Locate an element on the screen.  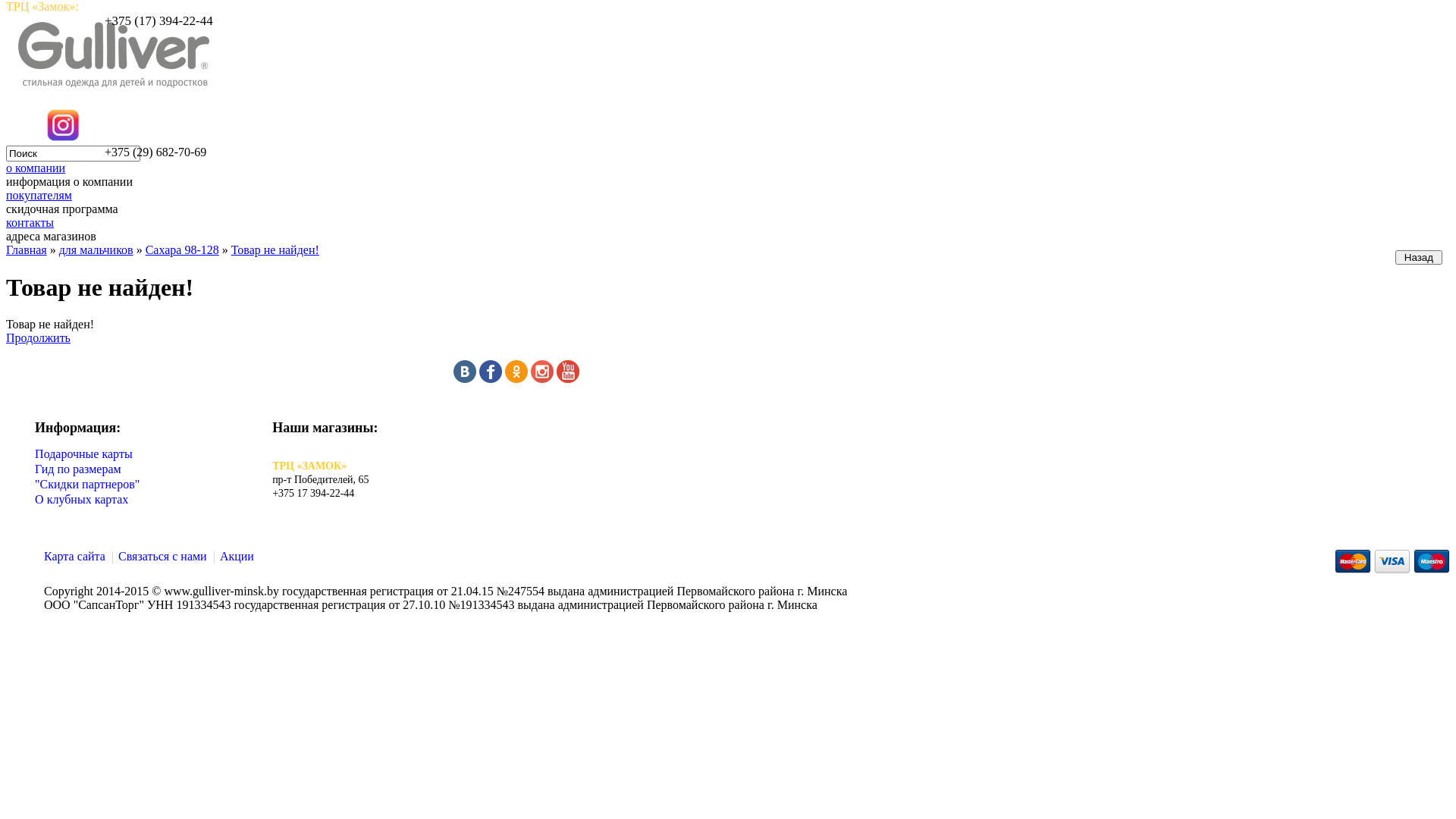
'youtube' is located at coordinates (566, 378).